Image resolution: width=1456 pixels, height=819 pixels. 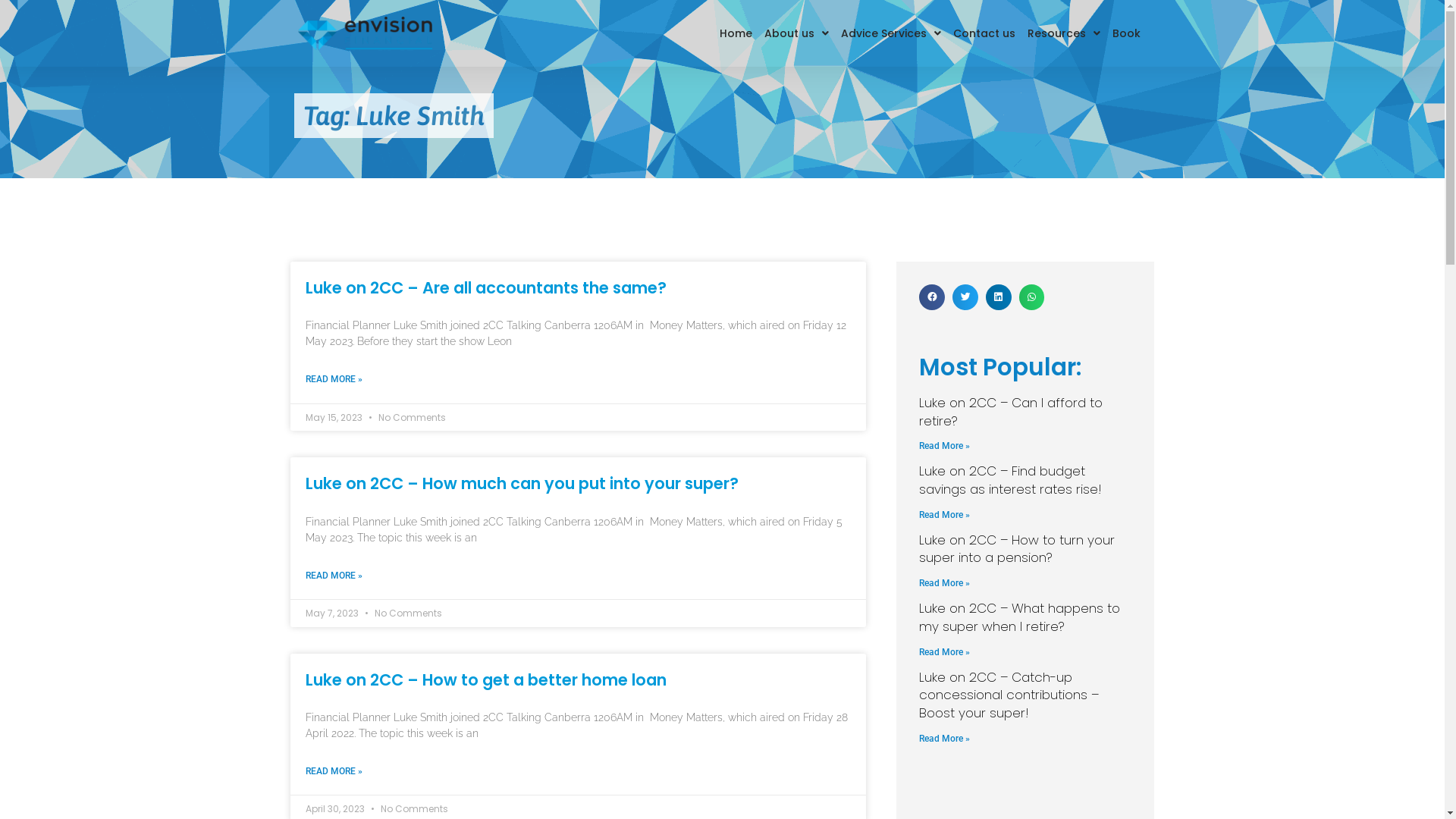 What do you see at coordinates (1062, 33) in the screenshot?
I see `'Resources'` at bounding box center [1062, 33].